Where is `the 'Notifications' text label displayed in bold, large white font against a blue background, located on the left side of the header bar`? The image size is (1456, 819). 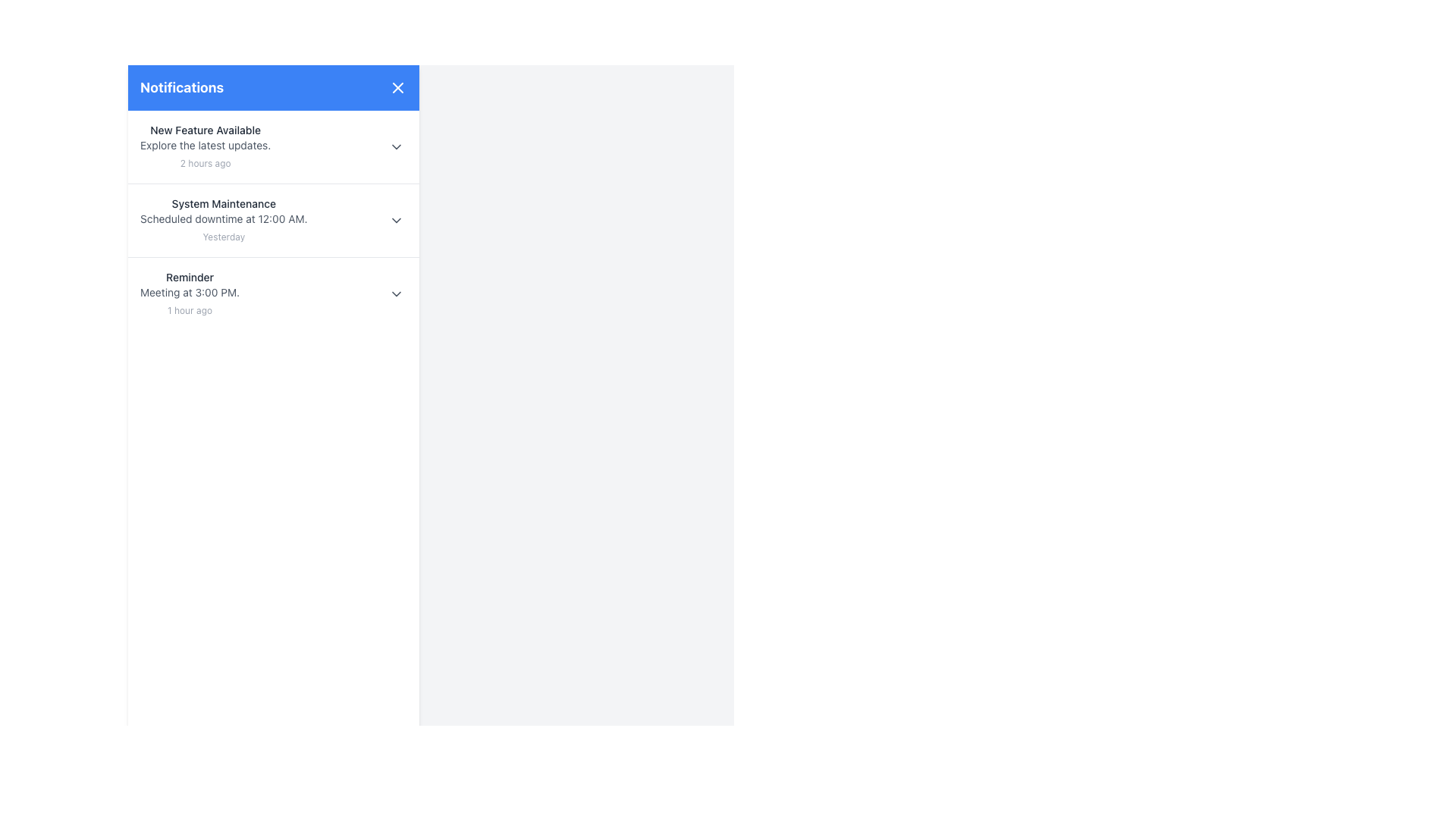
the 'Notifications' text label displayed in bold, large white font against a blue background, located on the left side of the header bar is located at coordinates (182, 87).